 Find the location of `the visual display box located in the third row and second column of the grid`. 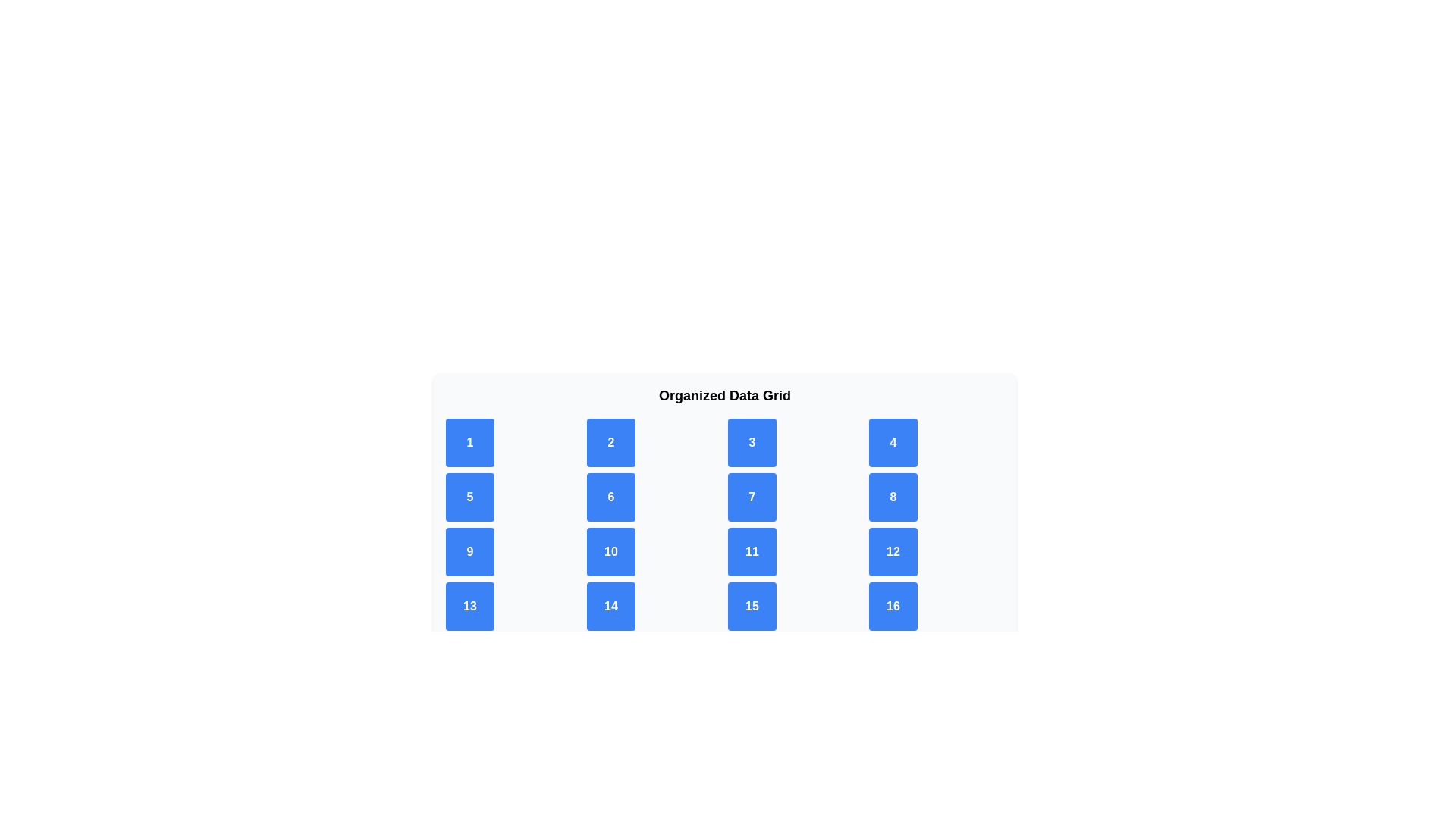

the visual display box located in the third row and second column of the grid is located at coordinates (611, 552).